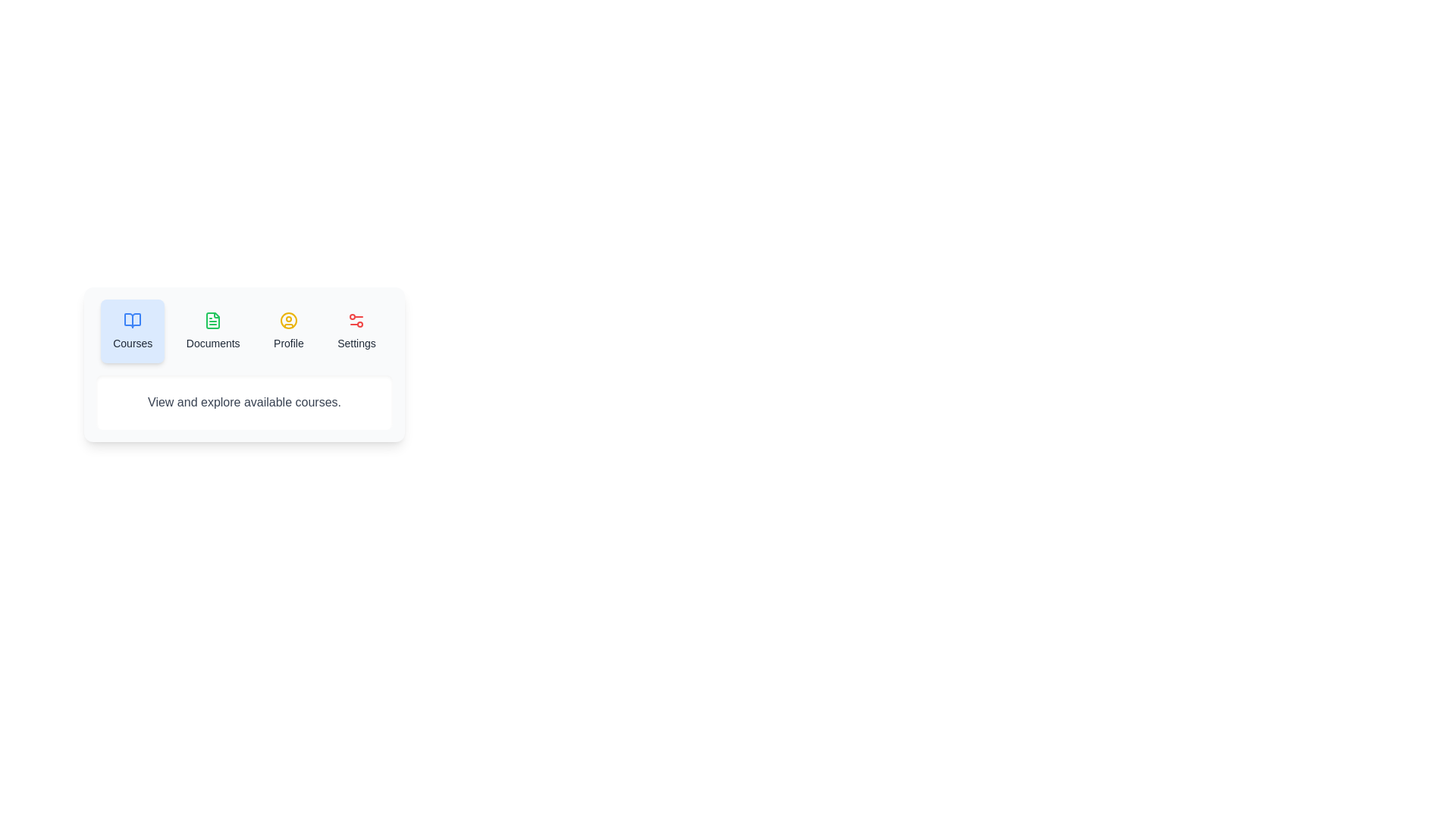  What do you see at coordinates (356, 330) in the screenshot?
I see `the tab labeled Settings to display its content` at bounding box center [356, 330].